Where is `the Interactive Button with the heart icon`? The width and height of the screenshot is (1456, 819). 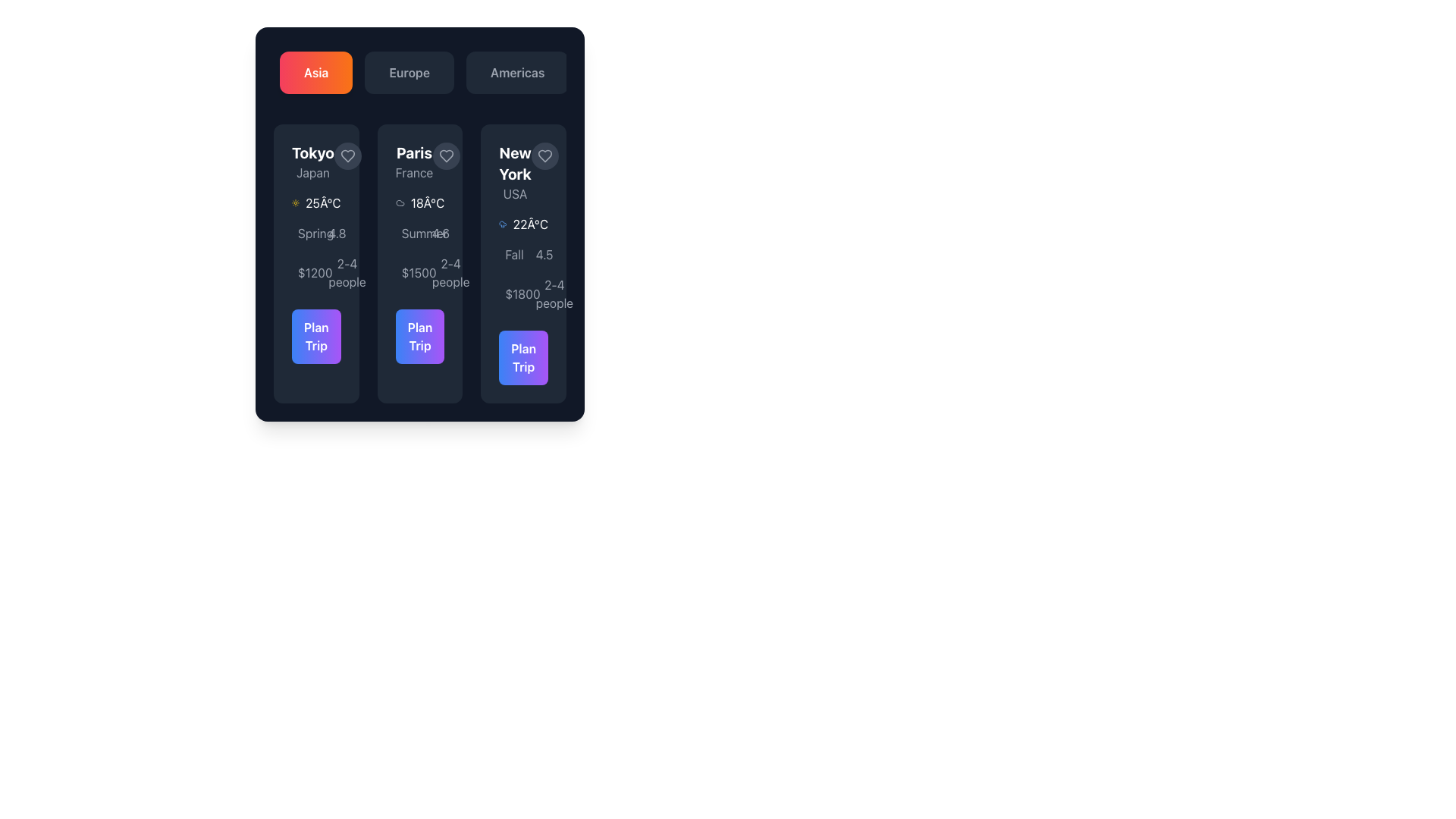 the Interactive Button with the heart icon is located at coordinates (446, 155).